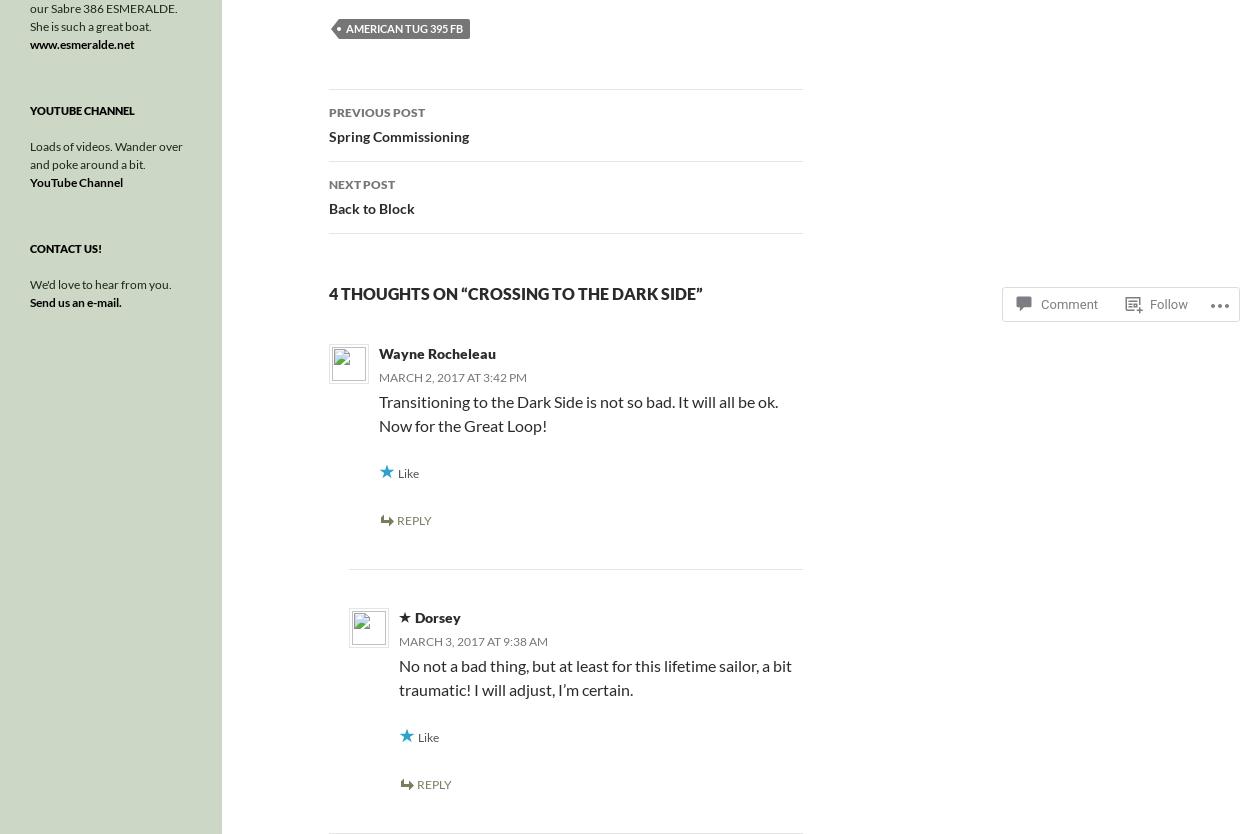 This screenshot has width=1250, height=834. Describe the element at coordinates (437, 616) in the screenshot. I see `'Dorsey'` at that location.